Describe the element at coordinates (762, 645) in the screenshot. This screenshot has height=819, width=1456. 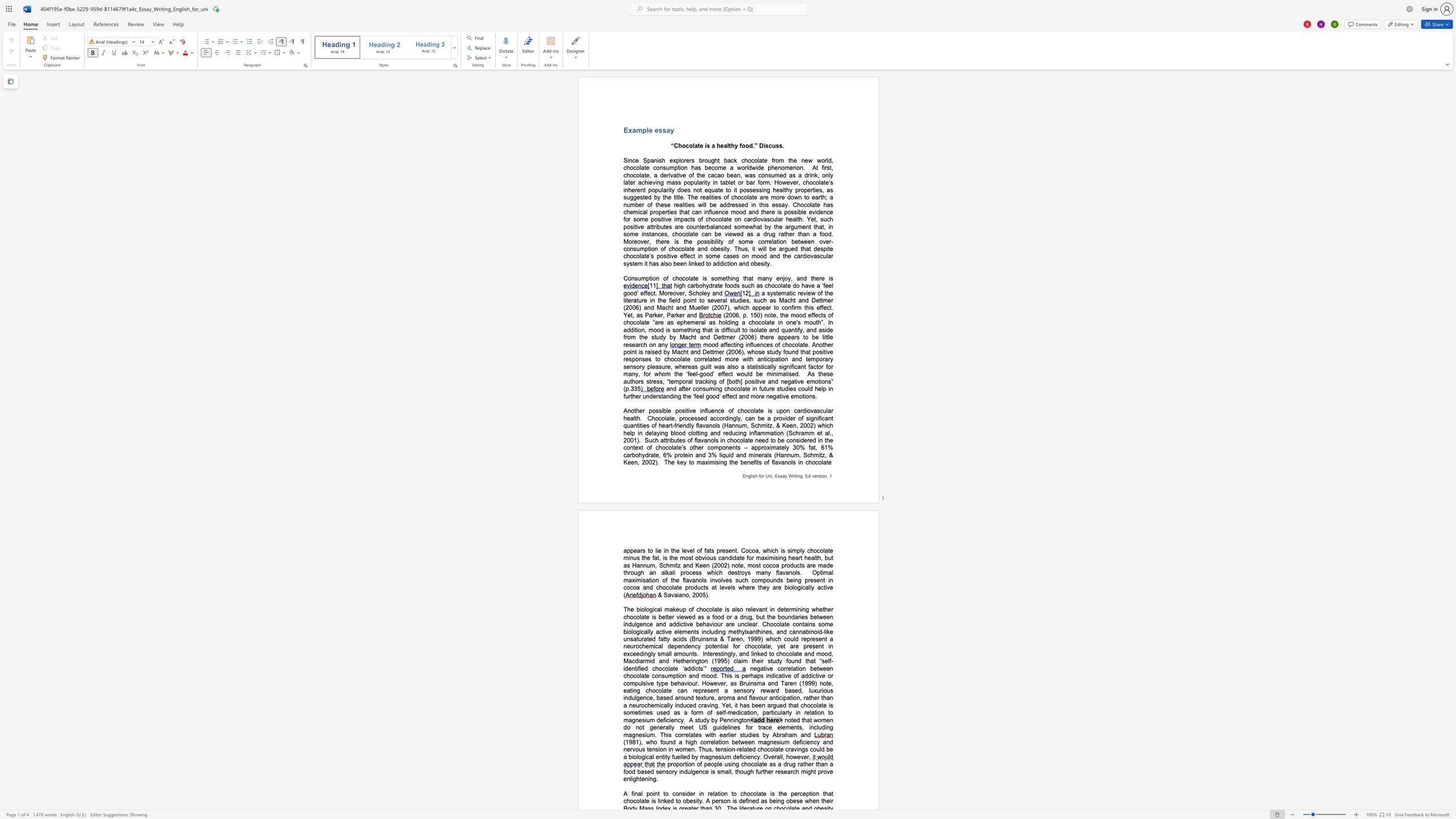
I see `the subset text "ate, yet are present in exceedingly small amoun" within the text "a neurochemical dependency potential for chocolate, yet are present in exceedingly small amounts"` at that location.